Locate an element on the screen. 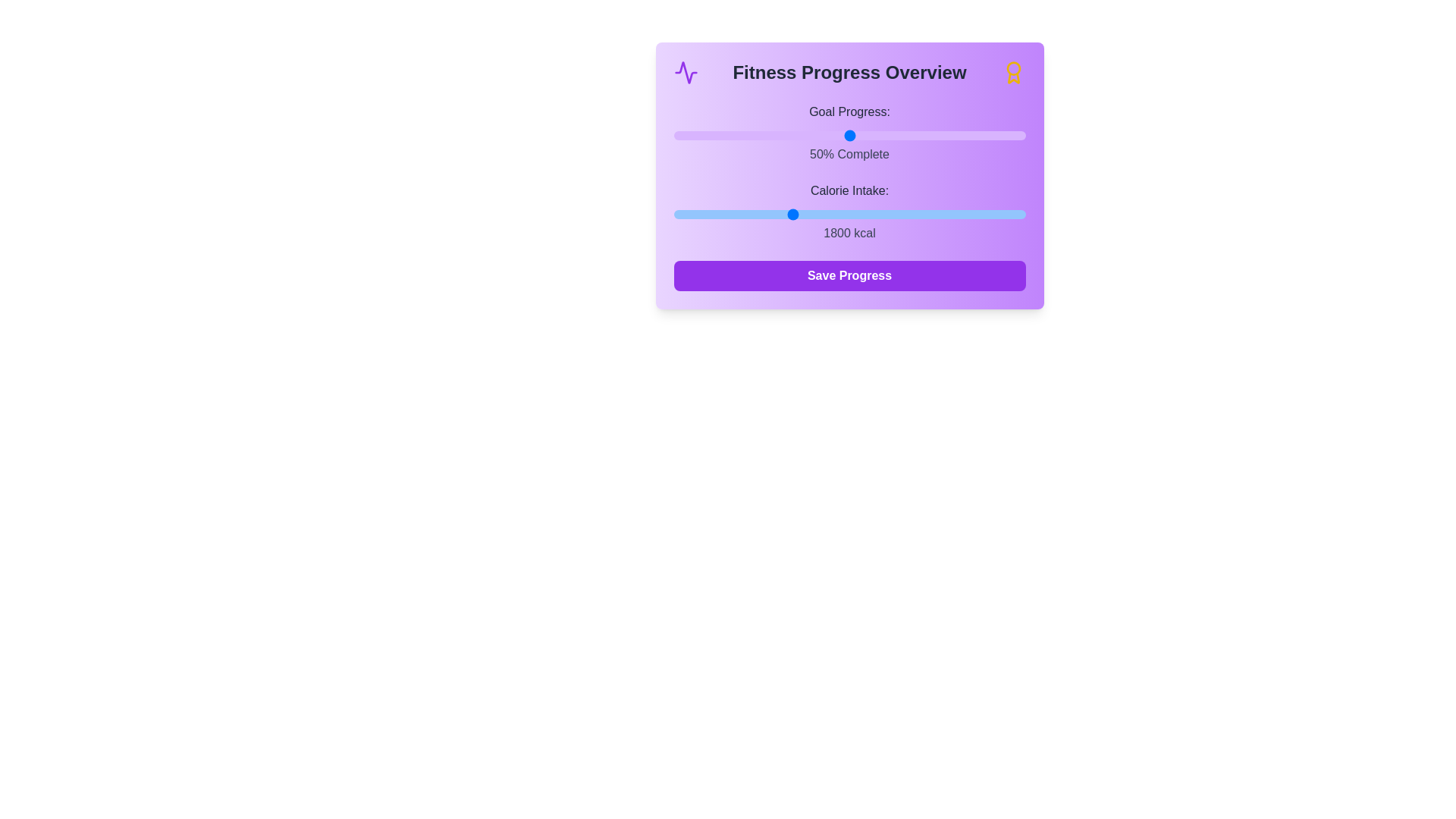 This screenshot has width=1456, height=819. the goal progress slider is located at coordinates (849, 134).